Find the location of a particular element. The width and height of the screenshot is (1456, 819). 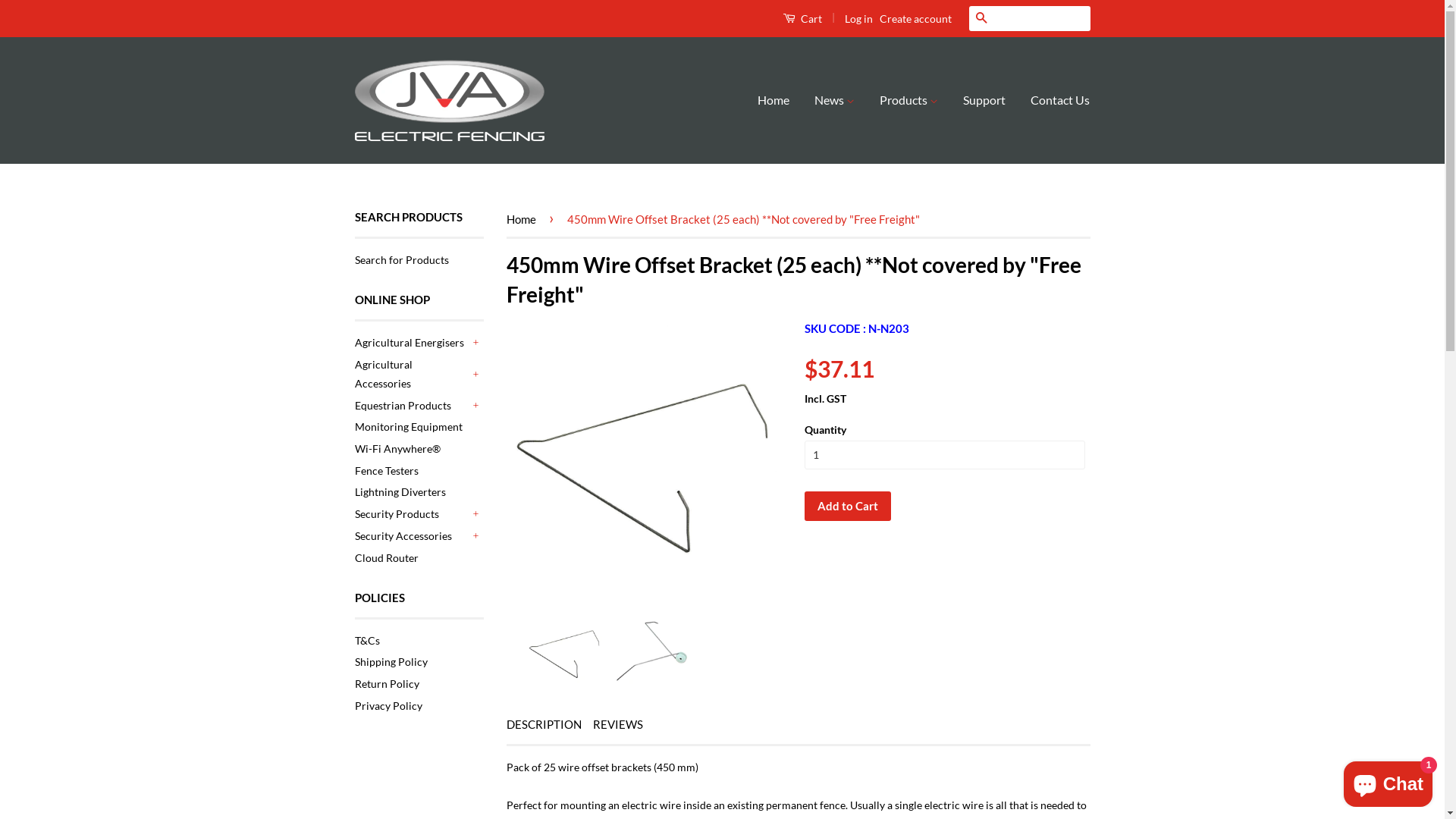

'Equestrian Products' is located at coordinates (411, 404).